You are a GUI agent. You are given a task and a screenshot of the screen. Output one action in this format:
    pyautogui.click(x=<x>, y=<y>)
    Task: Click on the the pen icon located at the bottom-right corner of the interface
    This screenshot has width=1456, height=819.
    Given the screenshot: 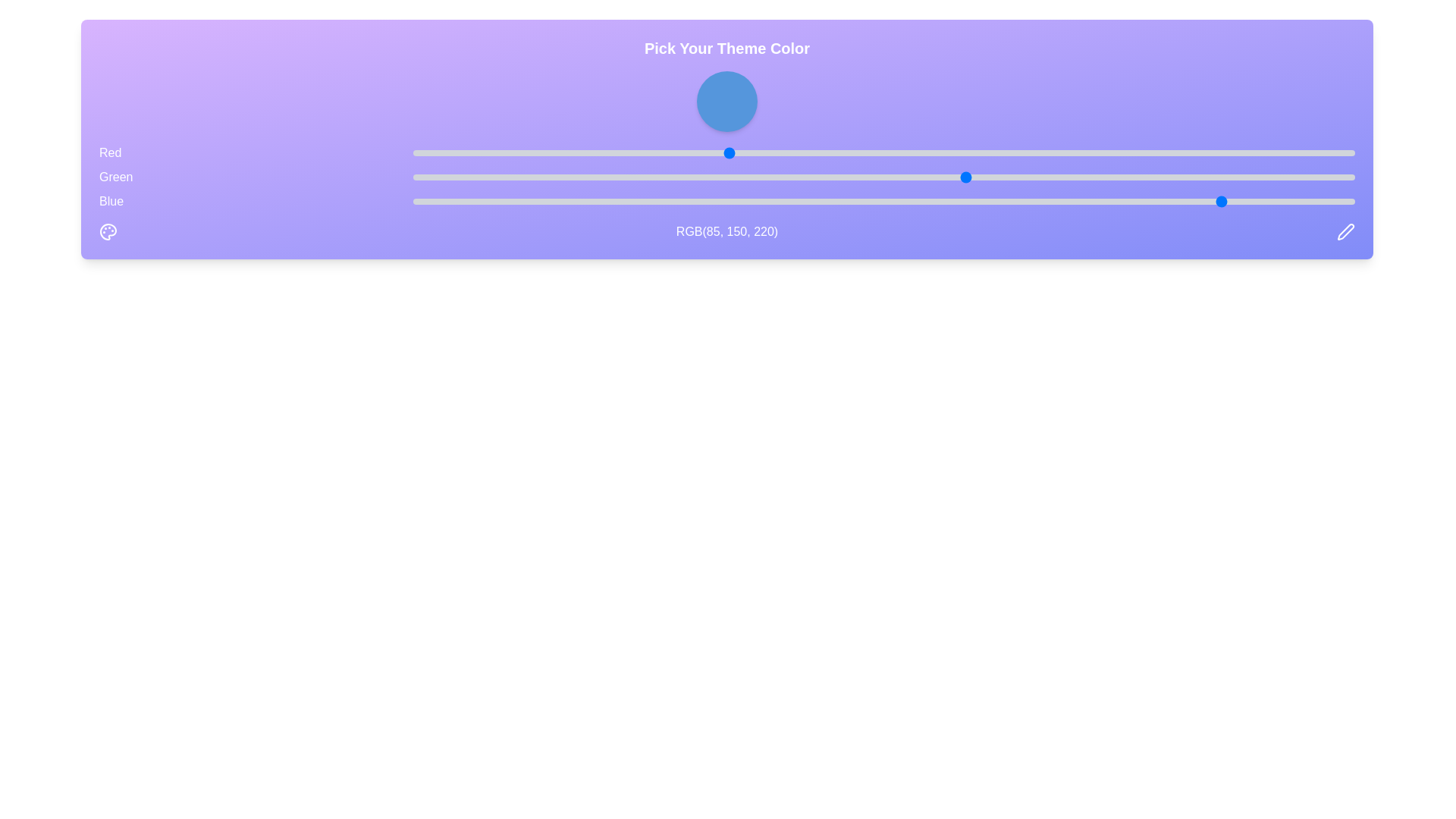 What is the action you would take?
    pyautogui.click(x=1346, y=231)
    